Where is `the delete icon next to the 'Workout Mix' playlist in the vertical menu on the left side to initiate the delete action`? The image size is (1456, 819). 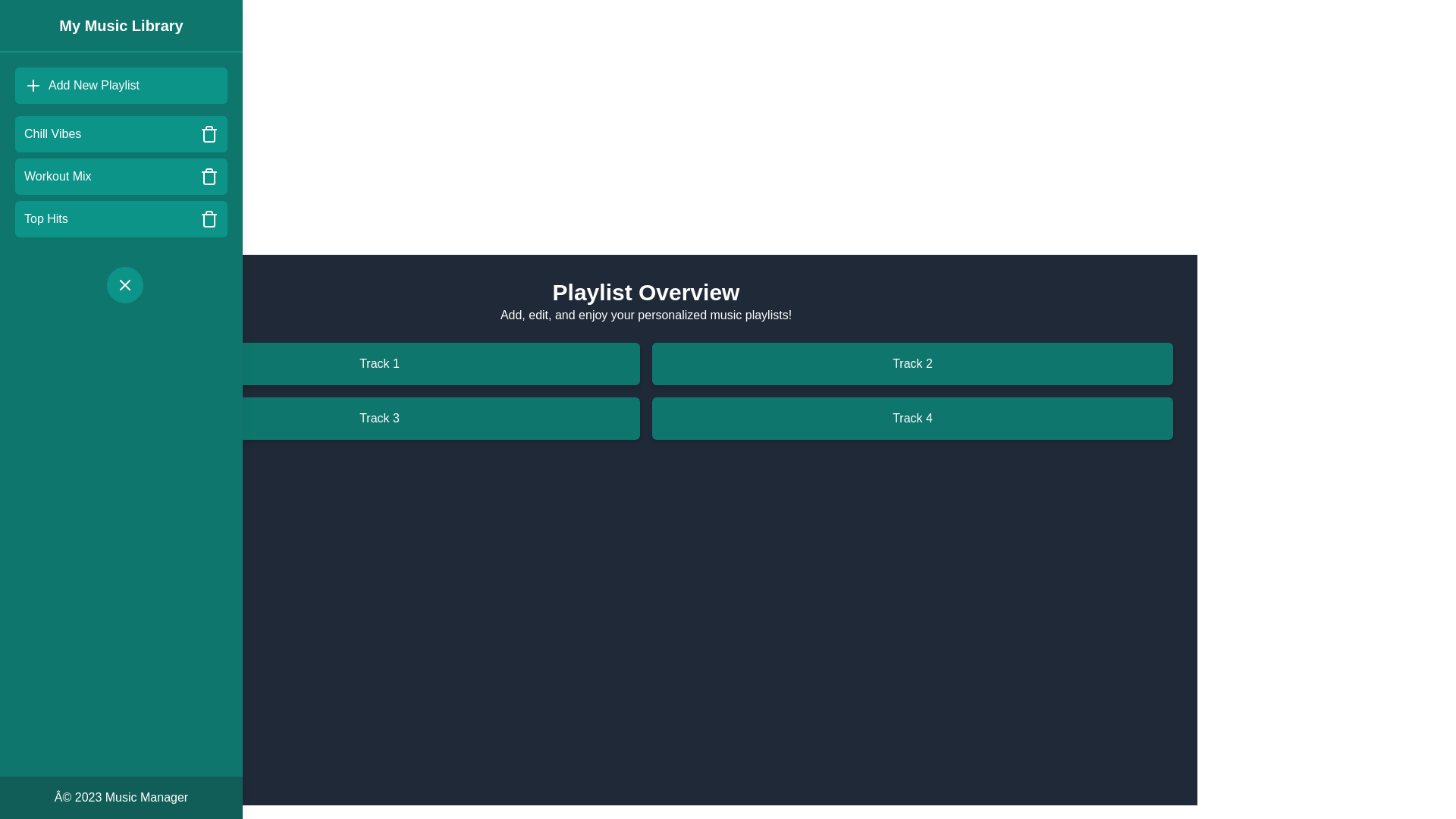 the delete icon next to the 'Workout Mix' playlist in the vertical menu on the left side to initiate the delete action is located at coordinates (208, 177).